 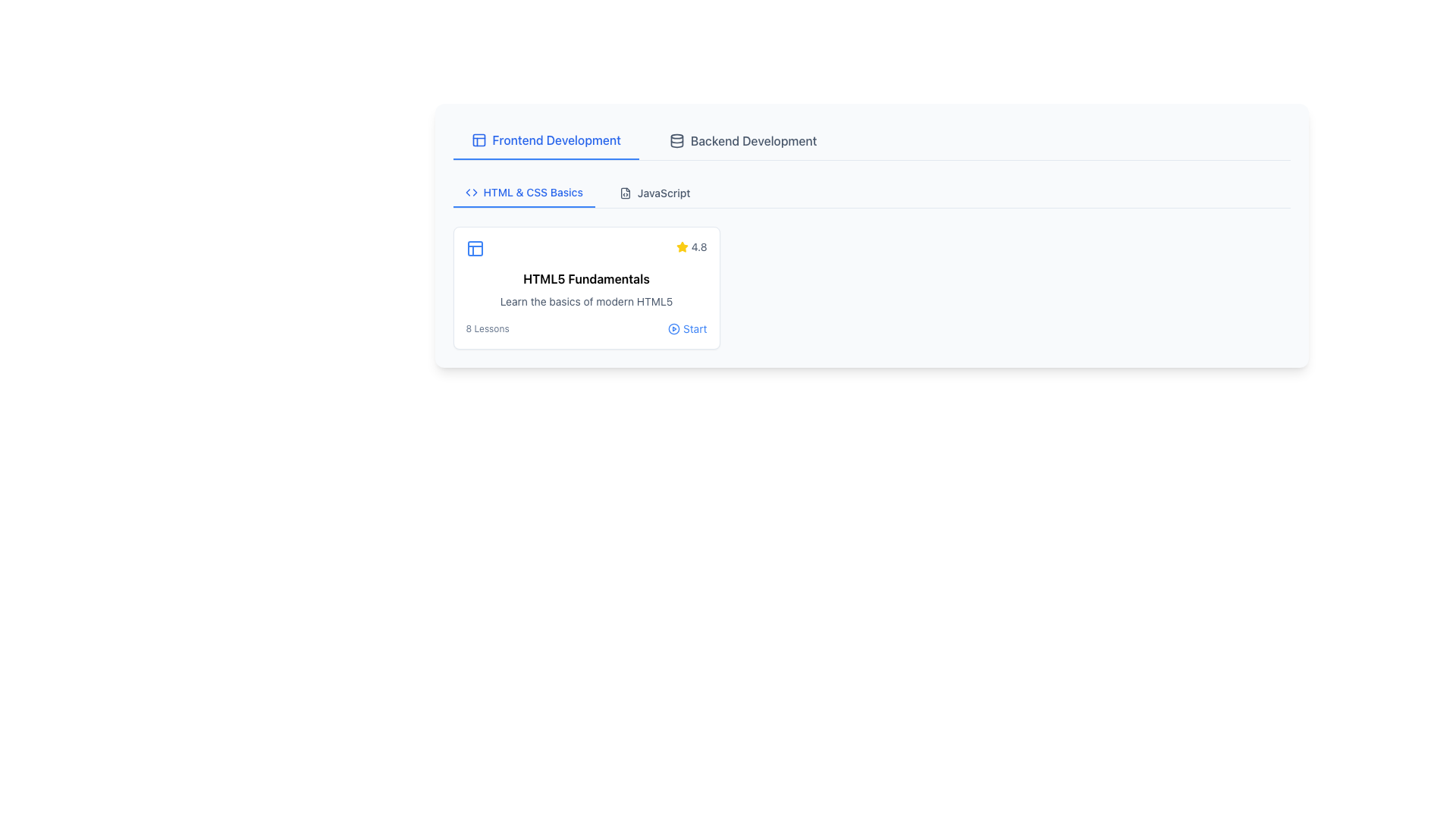 What do you see at coordinates (524, 192) in the screenshot?
I see `the 'HTML & CSS Basics' navigation item` at bounding box center [524, 192].